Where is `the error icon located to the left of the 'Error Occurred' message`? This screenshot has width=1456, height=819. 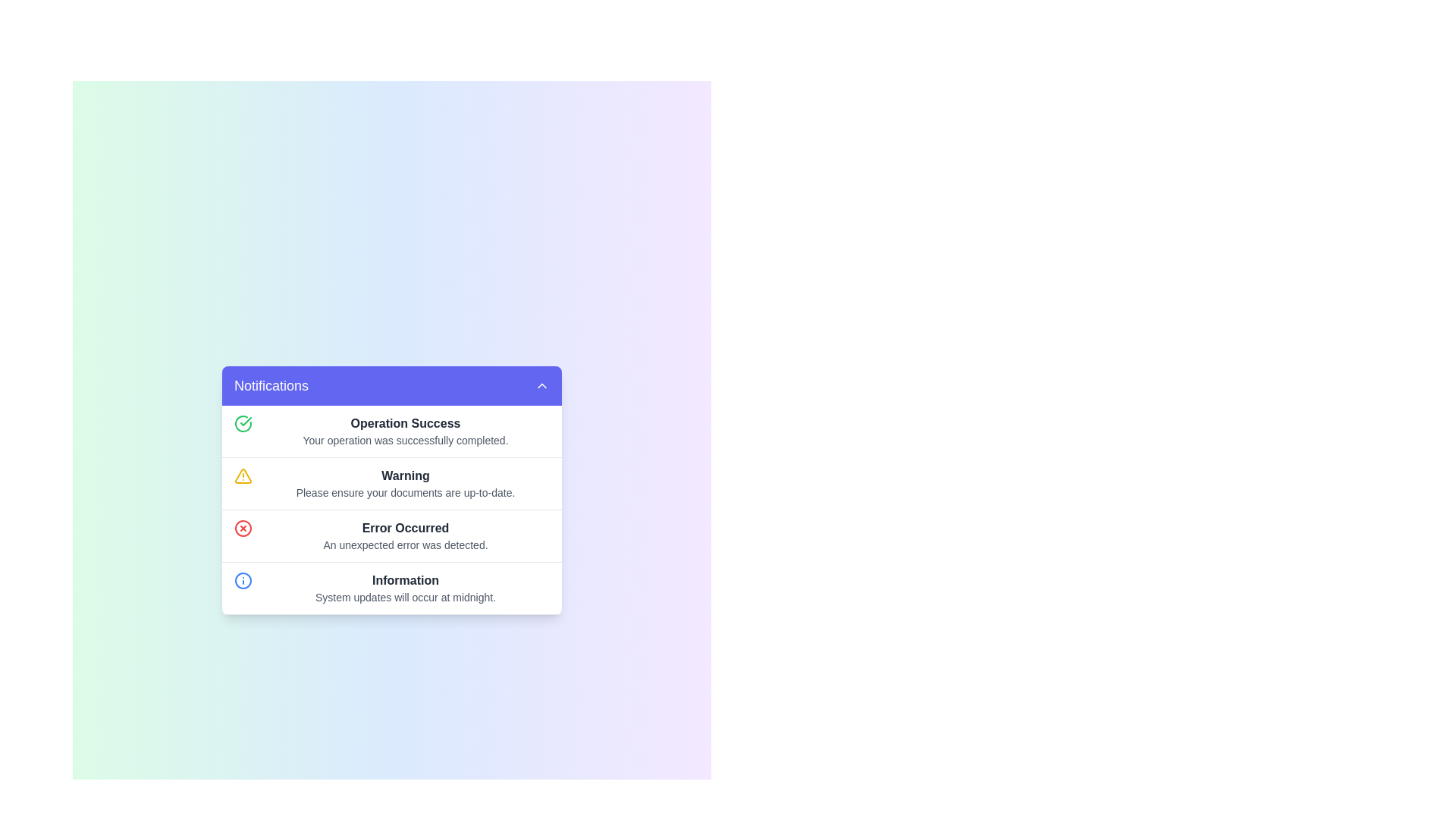 the error icon located to the left of the 'Error Occurred' message is located at coordinates (243, 528).